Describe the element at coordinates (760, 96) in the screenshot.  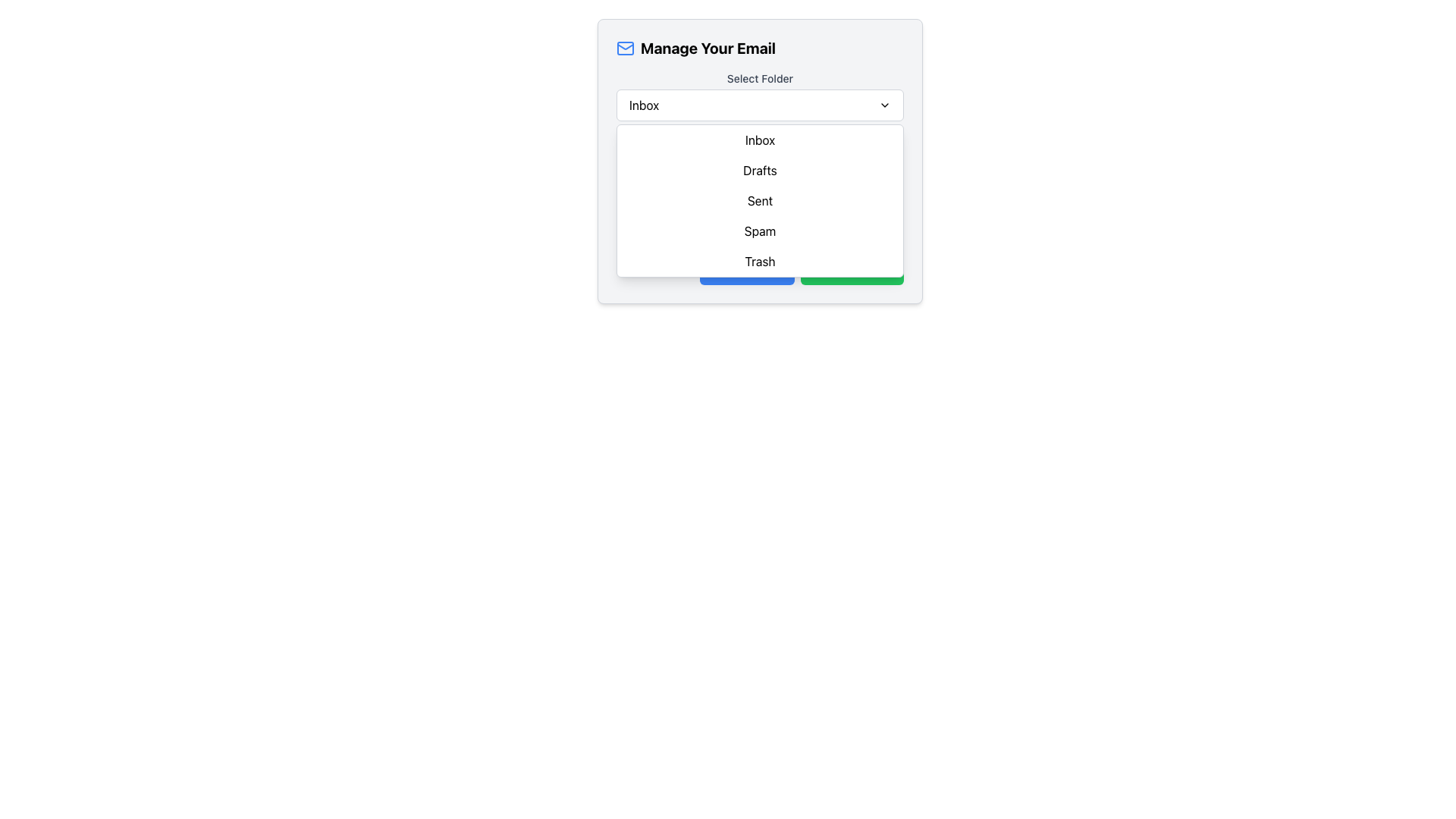
I see `a folder from the 'Select Folder' dropdown menu located below the 'Manage Your Email' heading by clicking on it` at that location.